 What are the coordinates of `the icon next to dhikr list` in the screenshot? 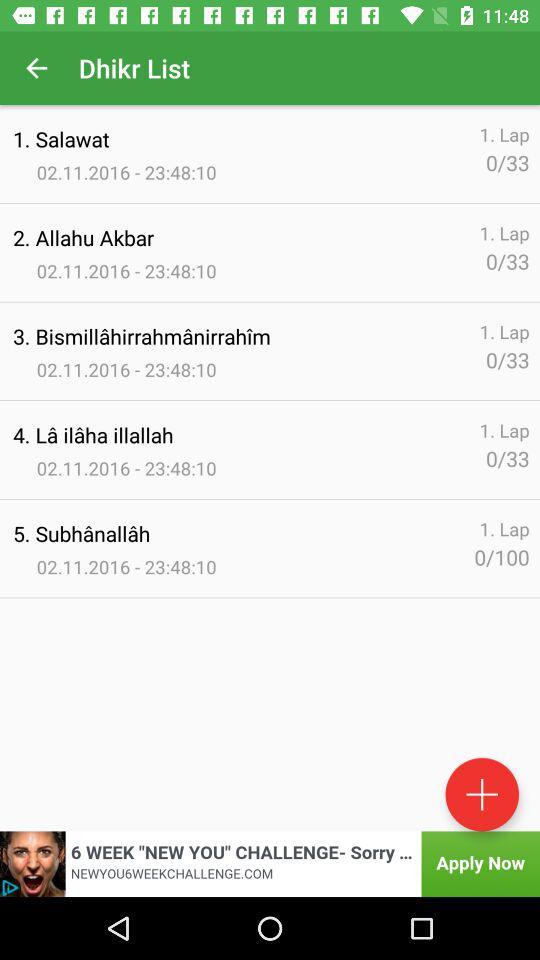 It's located at (36, 68).